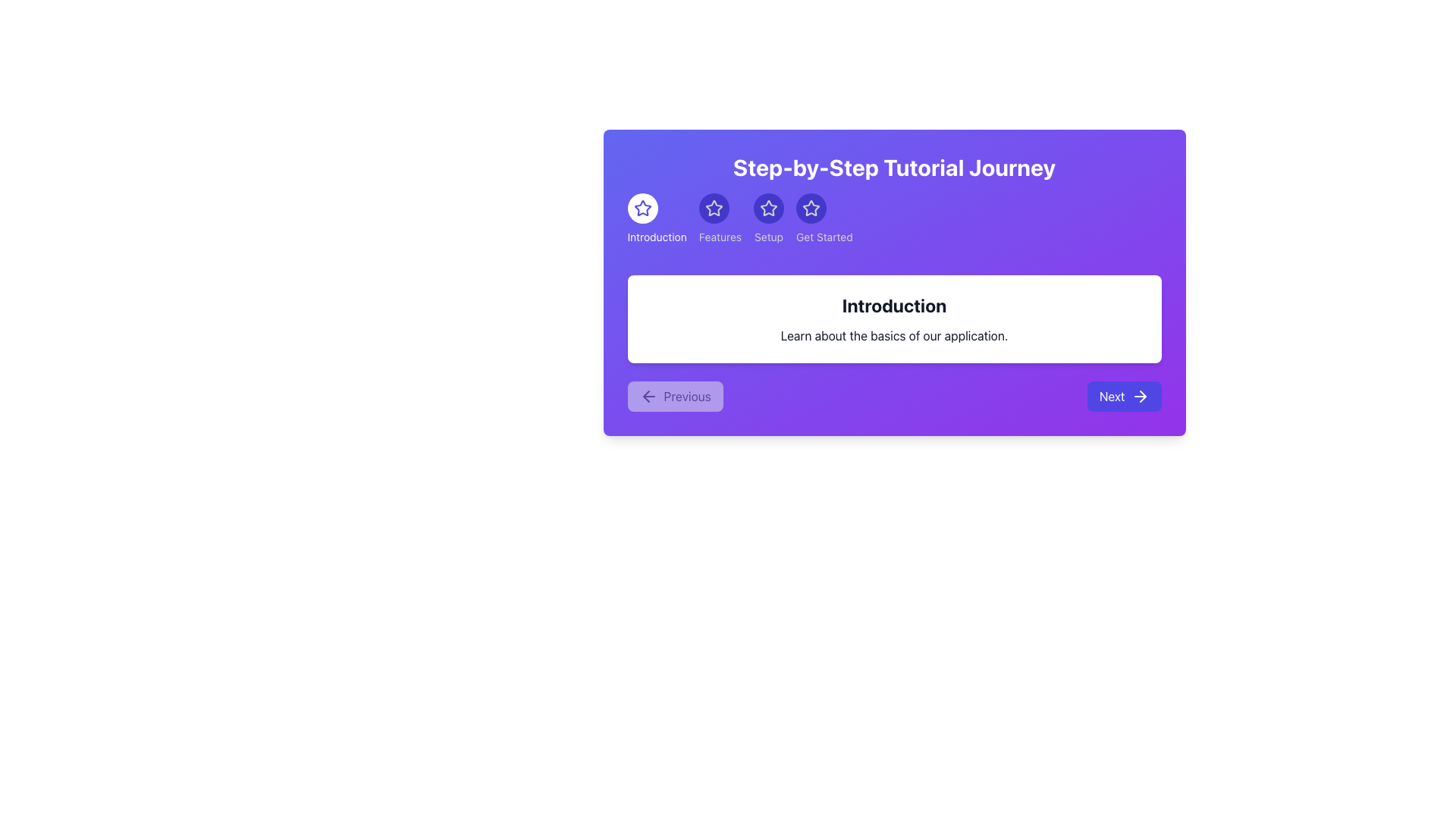 This screenshot has height=819, width=1456. I want to click on the downward-pointing triangular arrow icon located in the bottom-left corner of the interface, which is part of the navigation area associated with the 'Previous' button, so click(645, 396).